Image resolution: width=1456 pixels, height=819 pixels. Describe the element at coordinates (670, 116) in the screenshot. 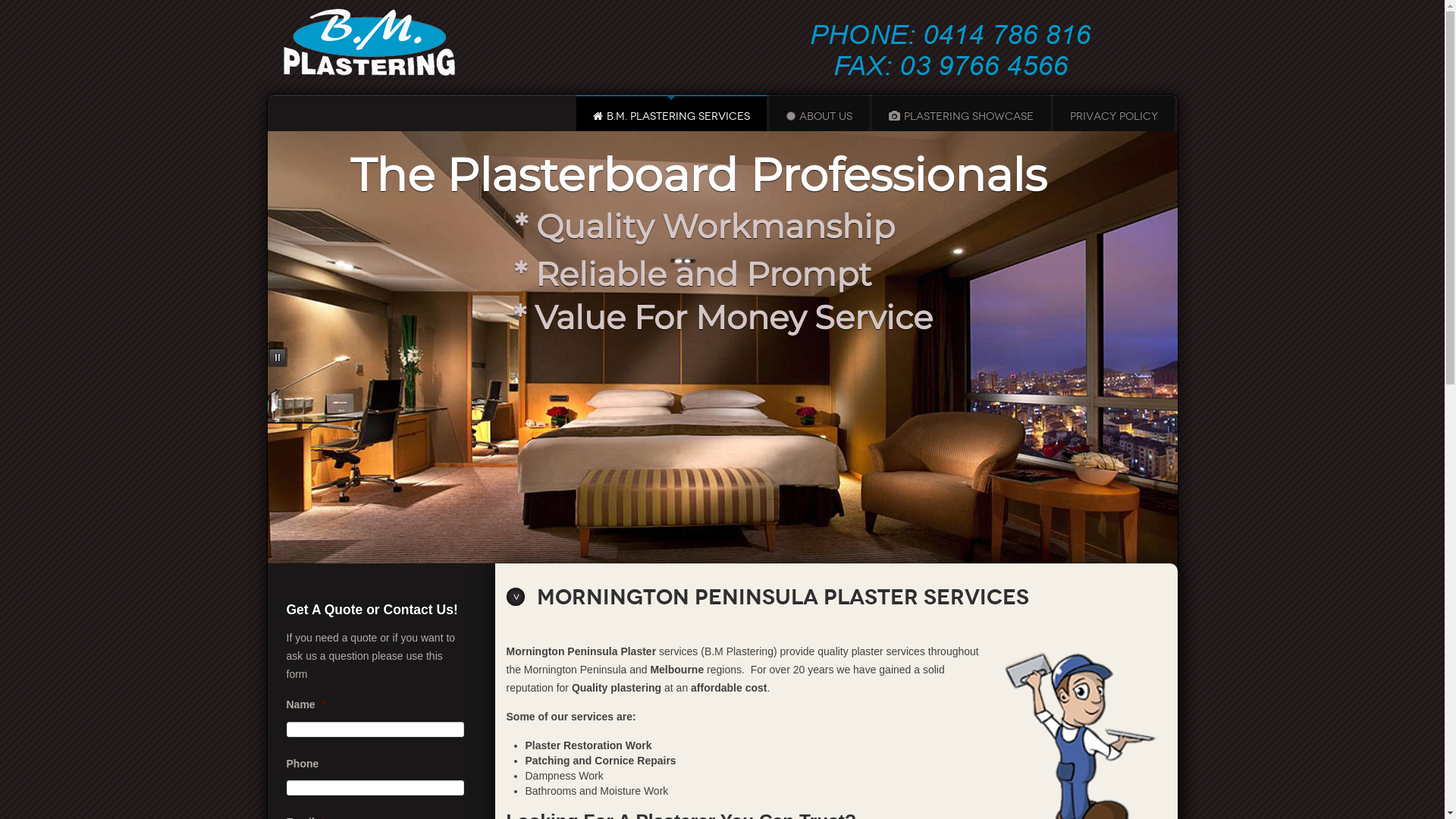

I see `'B.M. PLASTERING SERVICES'` at that location.